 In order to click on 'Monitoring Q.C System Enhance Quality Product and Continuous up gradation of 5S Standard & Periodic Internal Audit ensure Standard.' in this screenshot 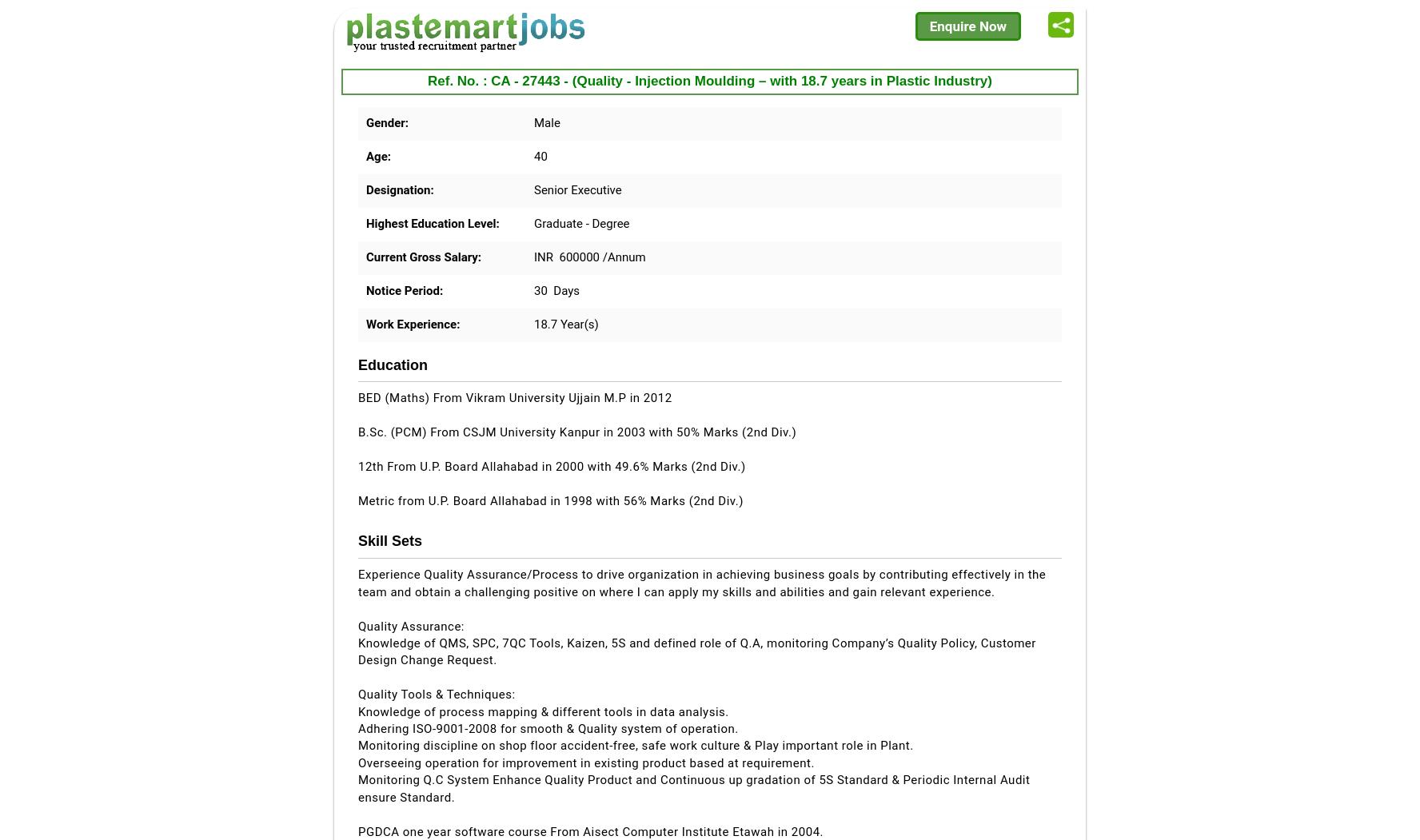, I will do `click(693, 788)`.